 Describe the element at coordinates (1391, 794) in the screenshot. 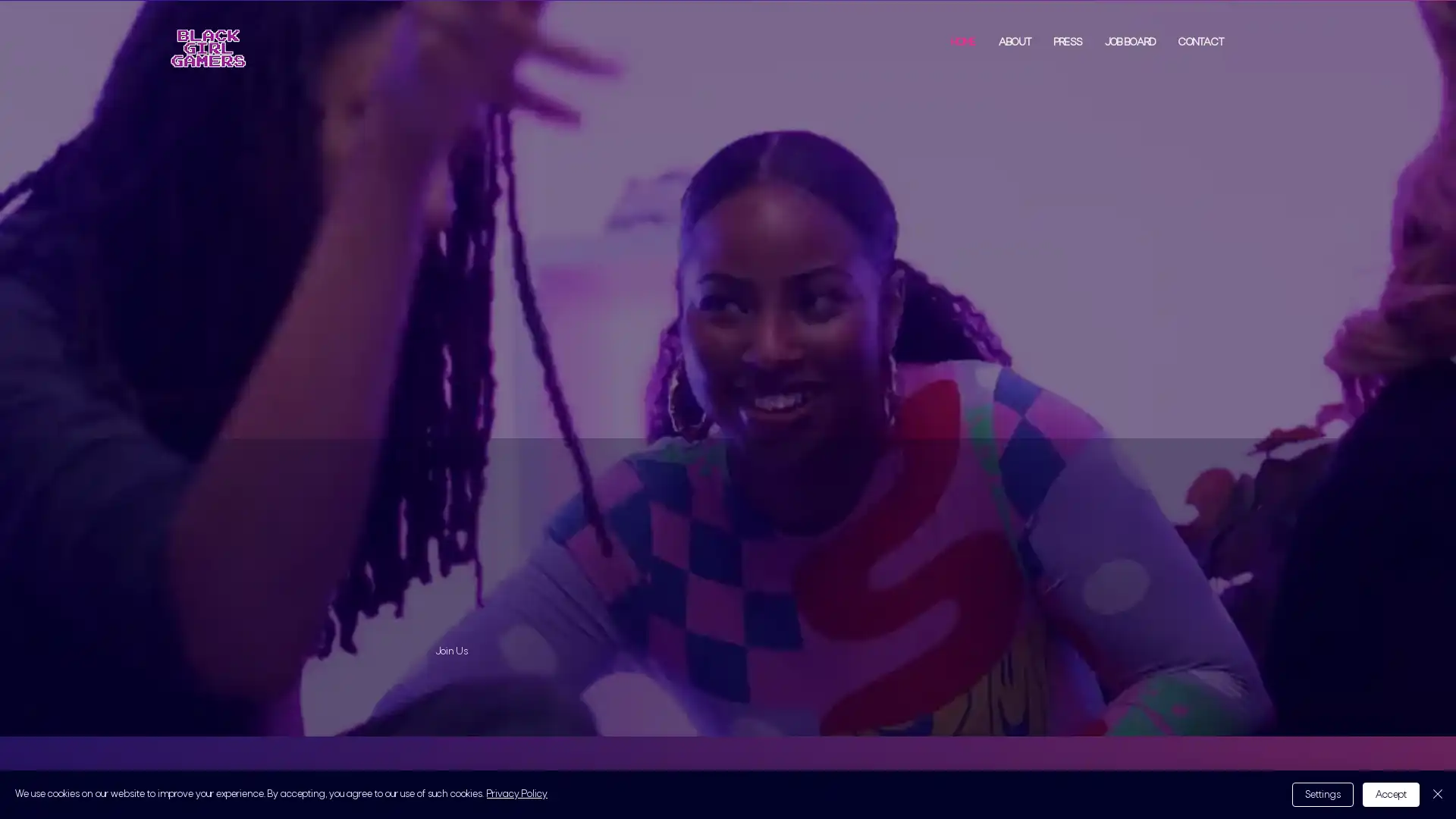

I see `Accept` at that location.